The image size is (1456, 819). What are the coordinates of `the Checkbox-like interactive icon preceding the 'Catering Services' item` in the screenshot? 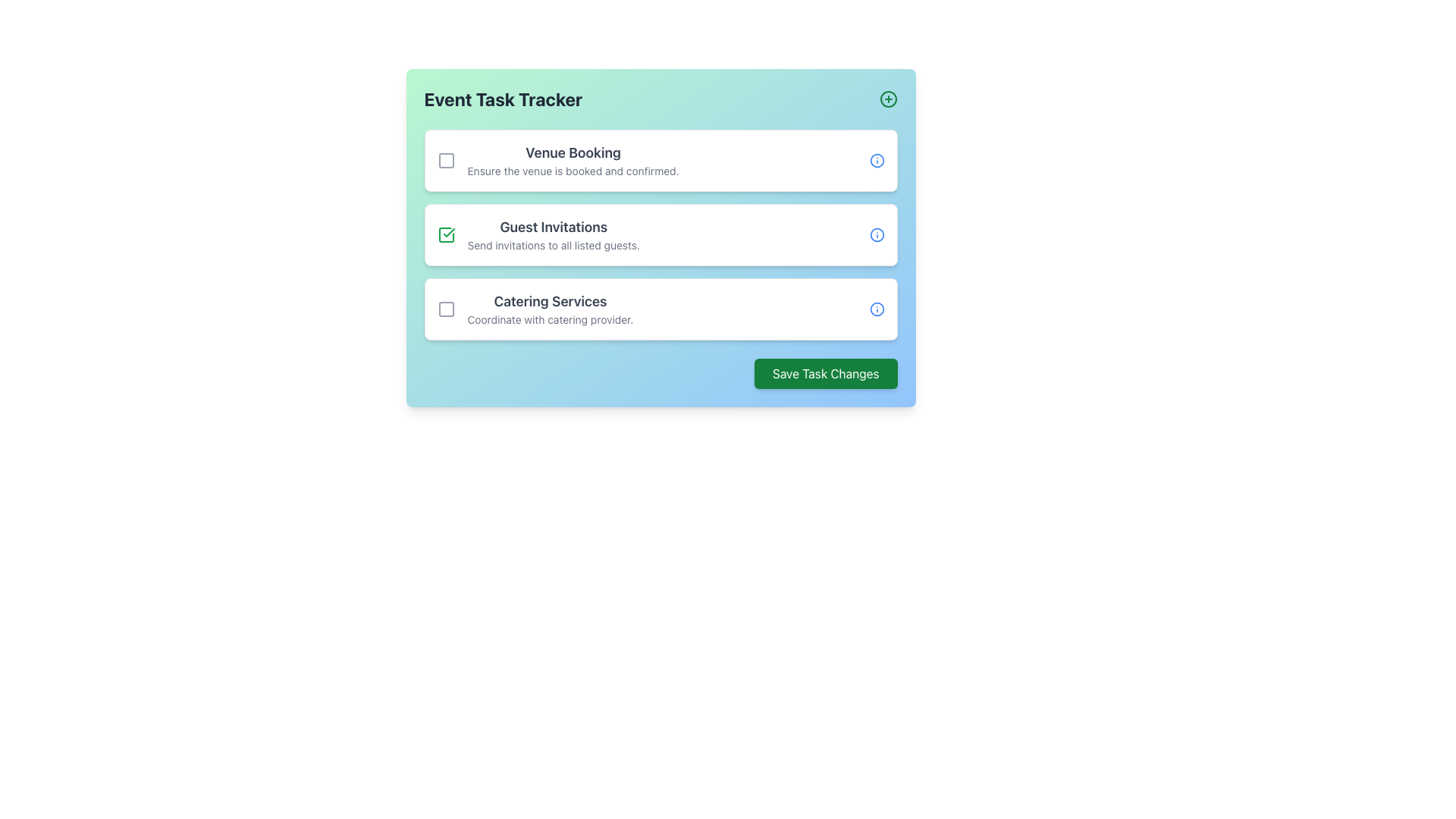 It's located at (445, 309).